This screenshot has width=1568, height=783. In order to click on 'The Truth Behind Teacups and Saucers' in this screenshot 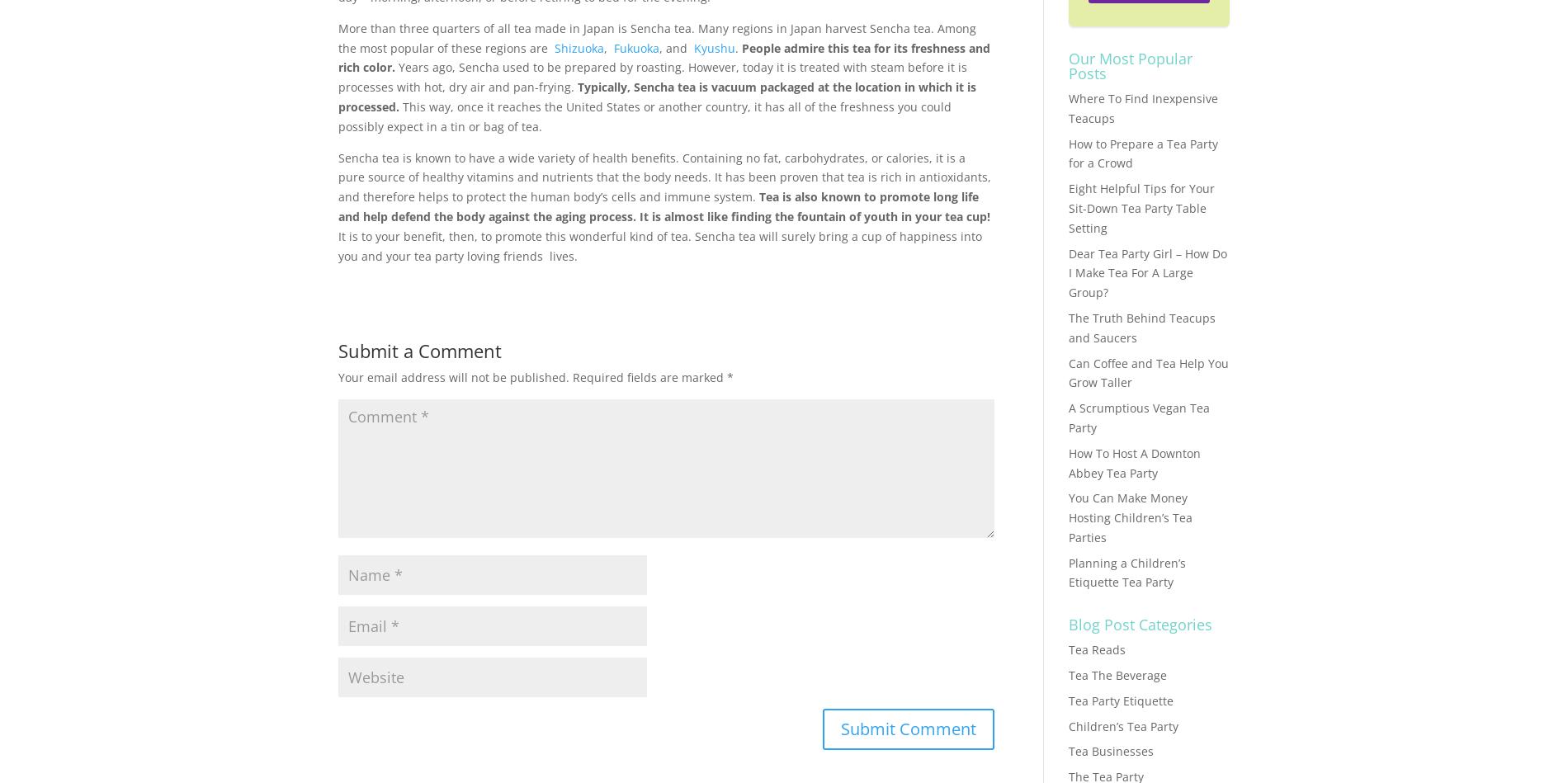, I will do `click(1141, 327)`.